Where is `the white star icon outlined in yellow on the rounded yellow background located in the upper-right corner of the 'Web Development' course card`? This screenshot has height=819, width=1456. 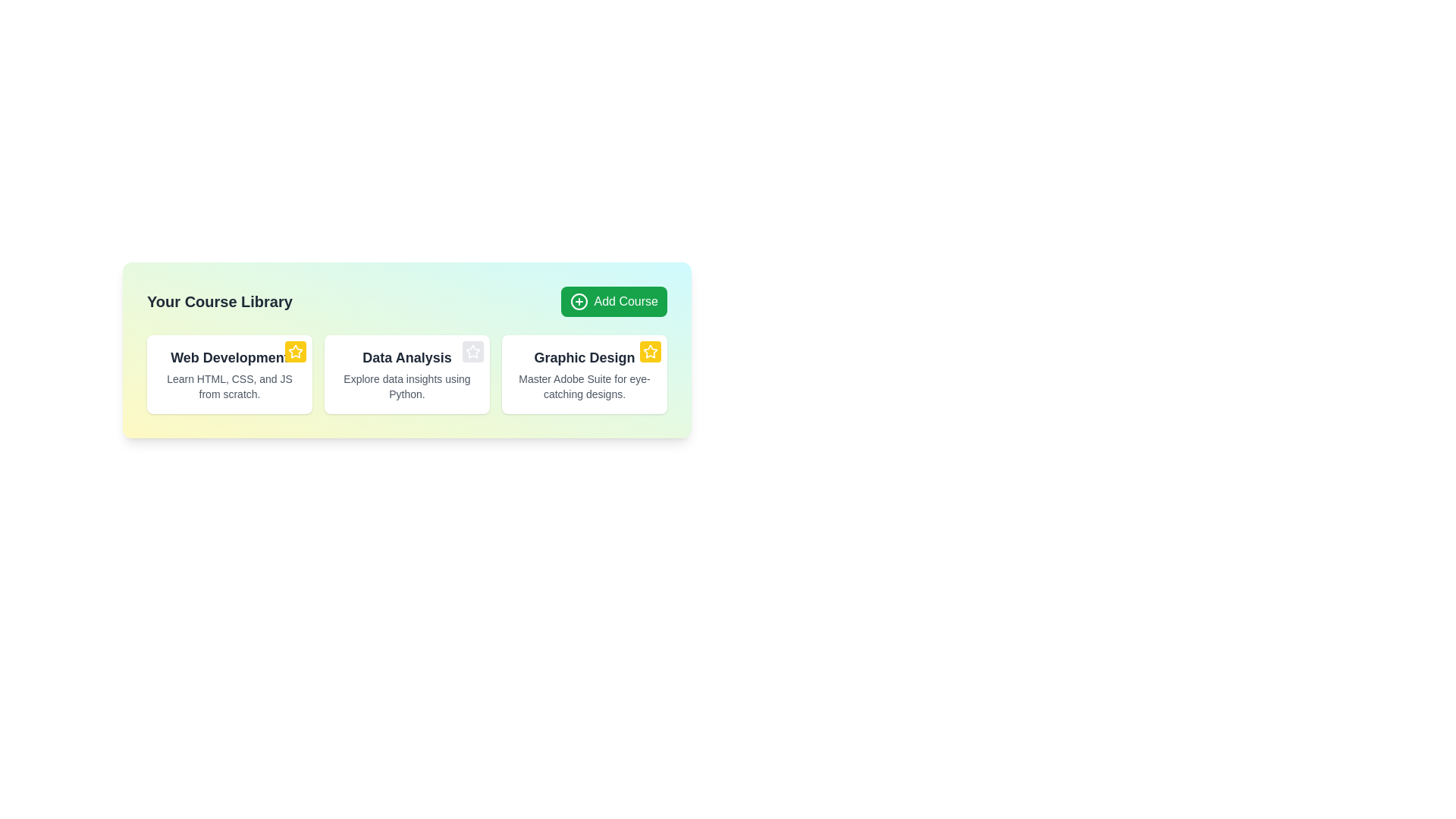
the white star icon outlined in yellow on the rounded yellow background located in the upper-right corner of the 'Web Development' course card is located at coordinates (295, 351).